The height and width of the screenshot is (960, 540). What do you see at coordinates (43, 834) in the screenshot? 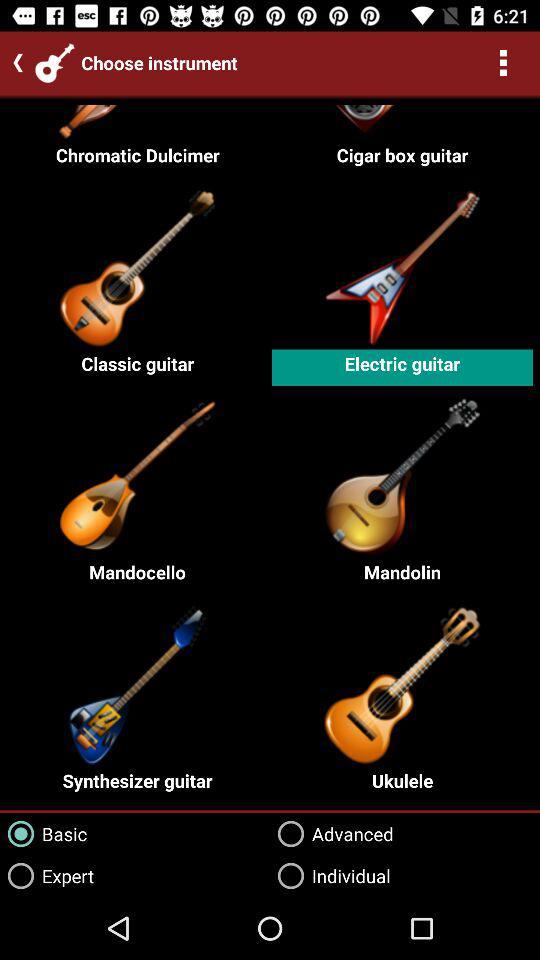
I see `the item to the left of advanced icon` at bounding box center [43, 834].